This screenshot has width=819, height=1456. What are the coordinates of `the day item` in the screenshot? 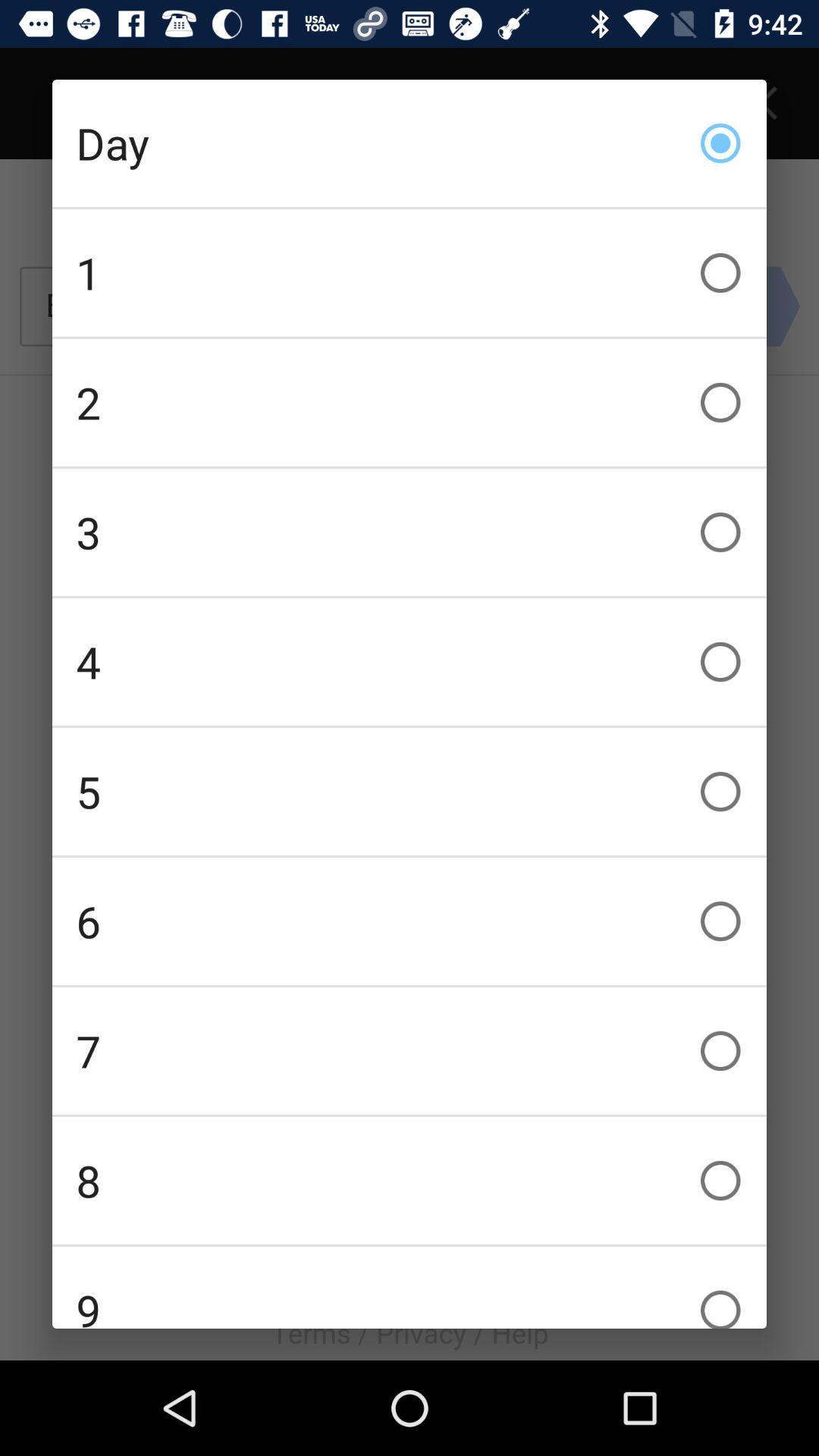 It's located at (409, 143).